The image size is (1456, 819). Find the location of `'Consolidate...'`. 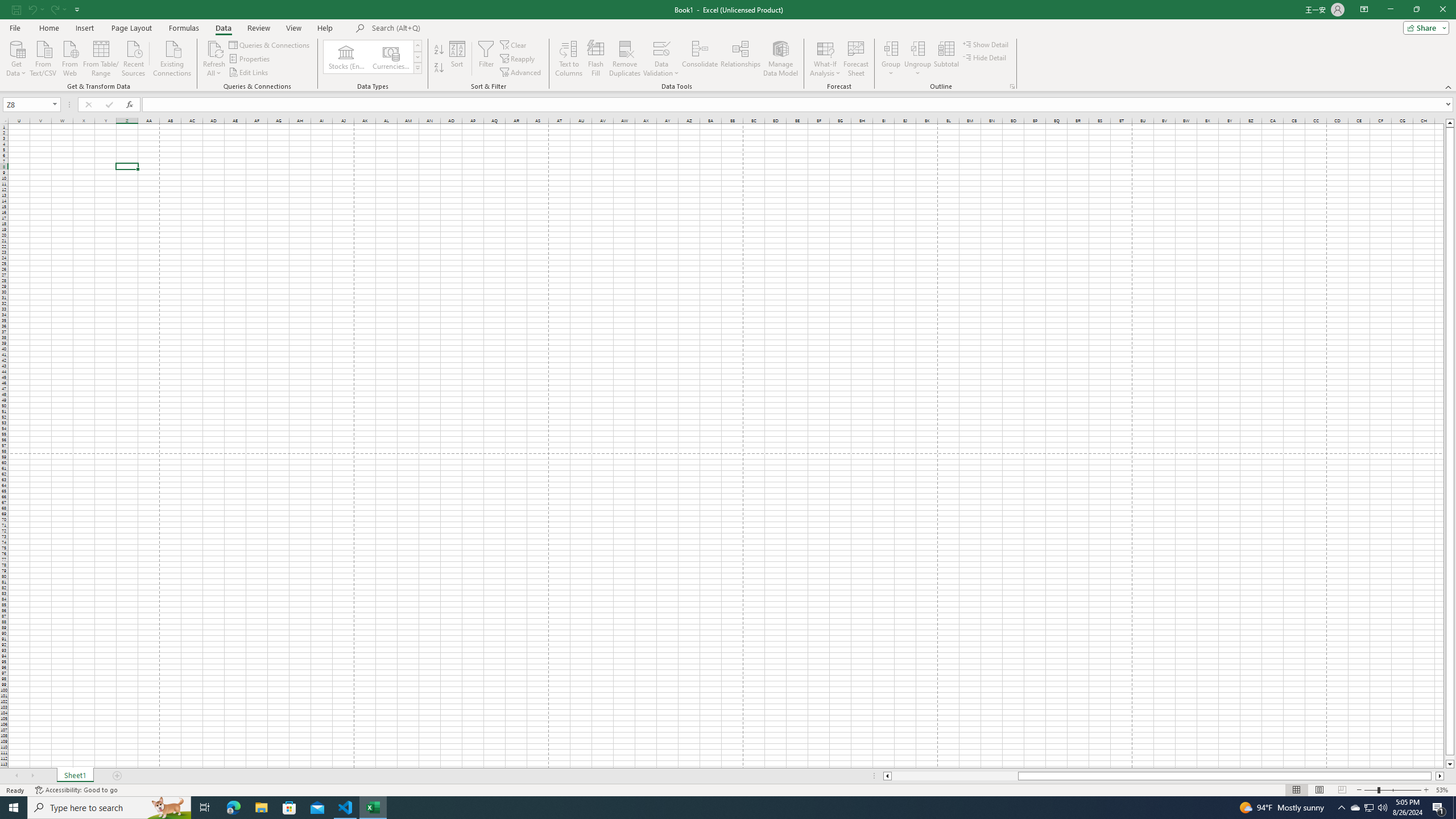

'Consolidate...' is located at coordinates (700, 59).